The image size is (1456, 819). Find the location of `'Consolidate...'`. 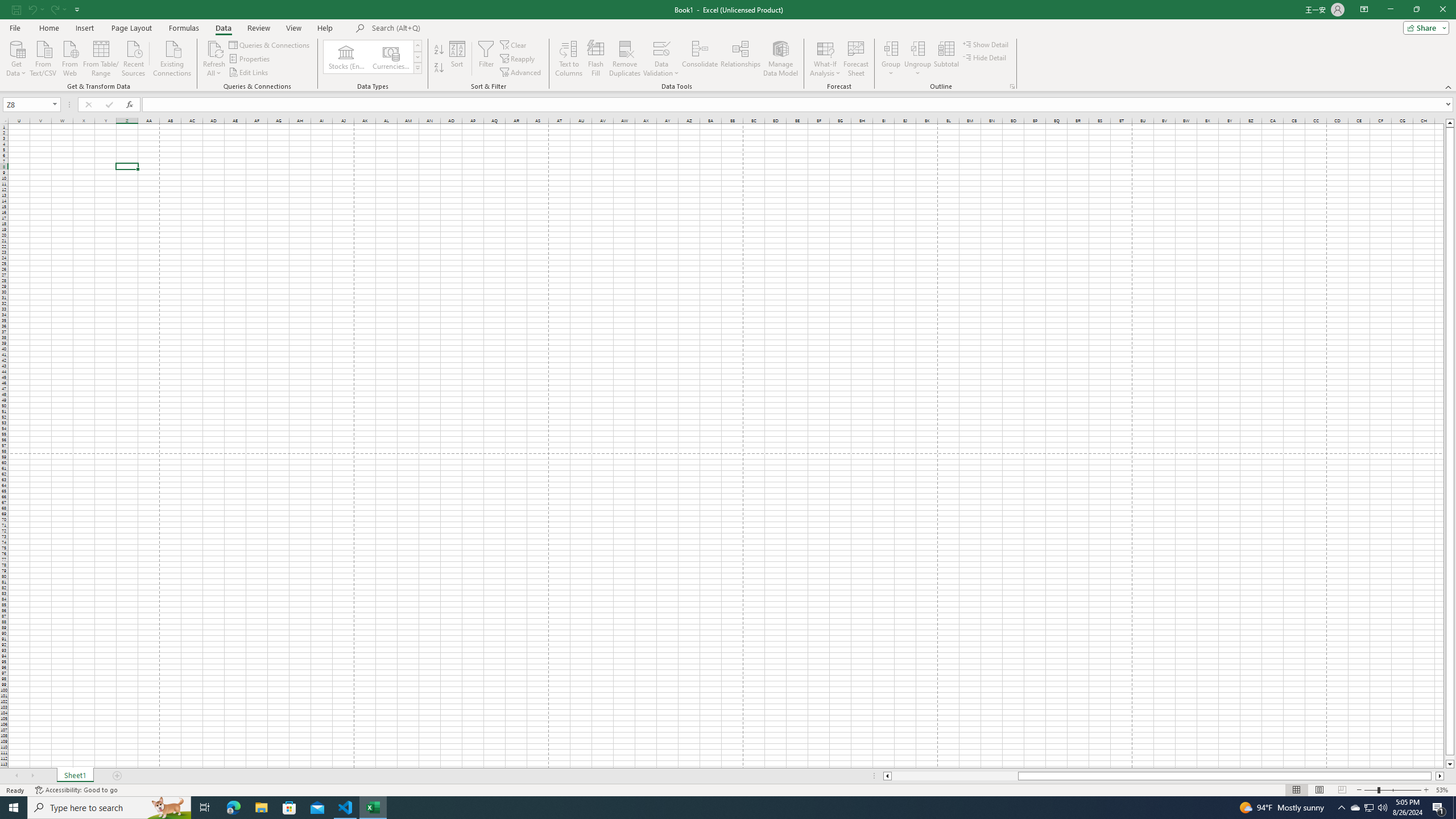

'Consolidate...' is located at coordinates (700, 59).